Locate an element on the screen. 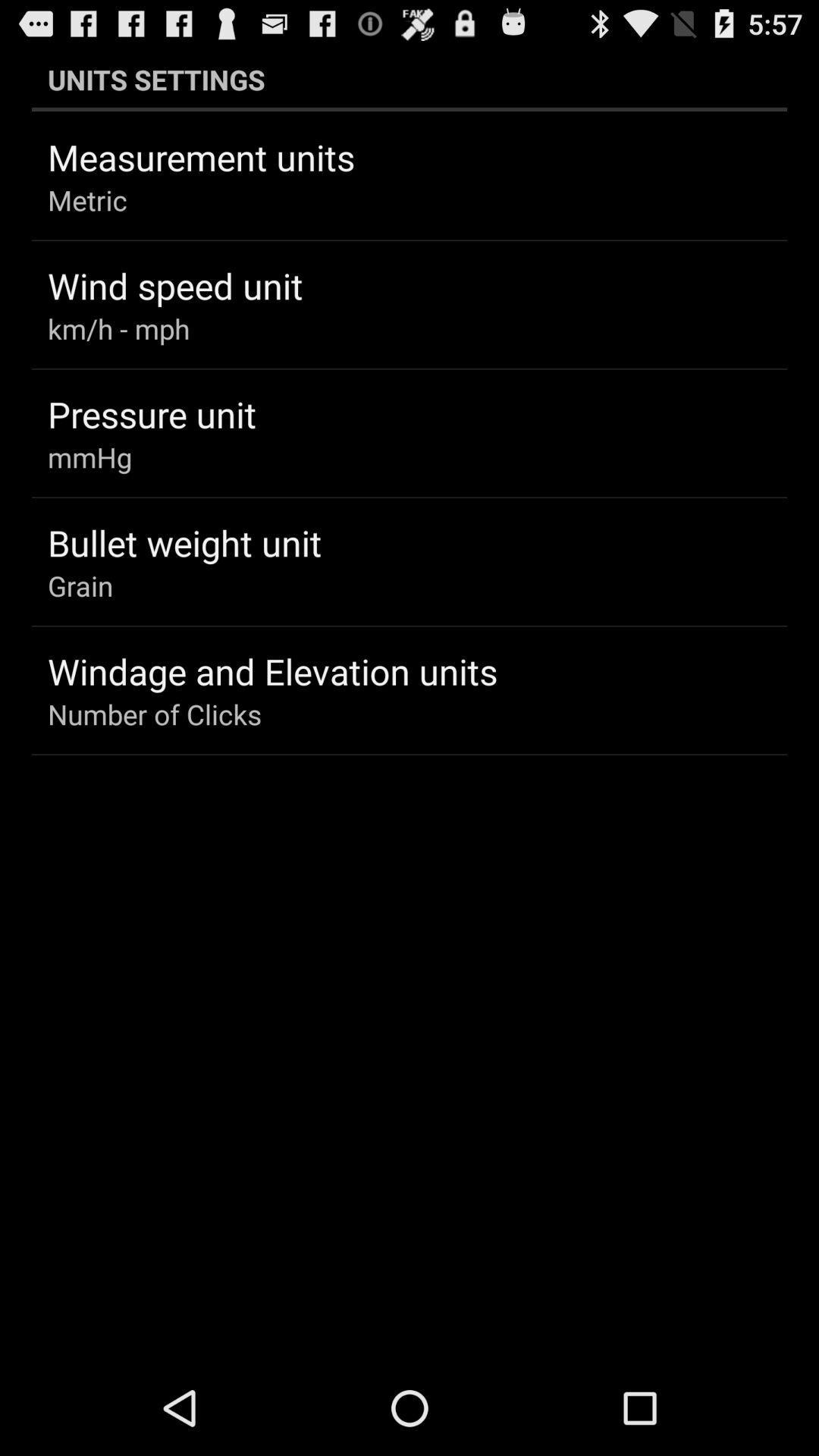 The width and height of the screenshot is (819, 1456). the icon below mmhg app is located at coordinates (184, 542).